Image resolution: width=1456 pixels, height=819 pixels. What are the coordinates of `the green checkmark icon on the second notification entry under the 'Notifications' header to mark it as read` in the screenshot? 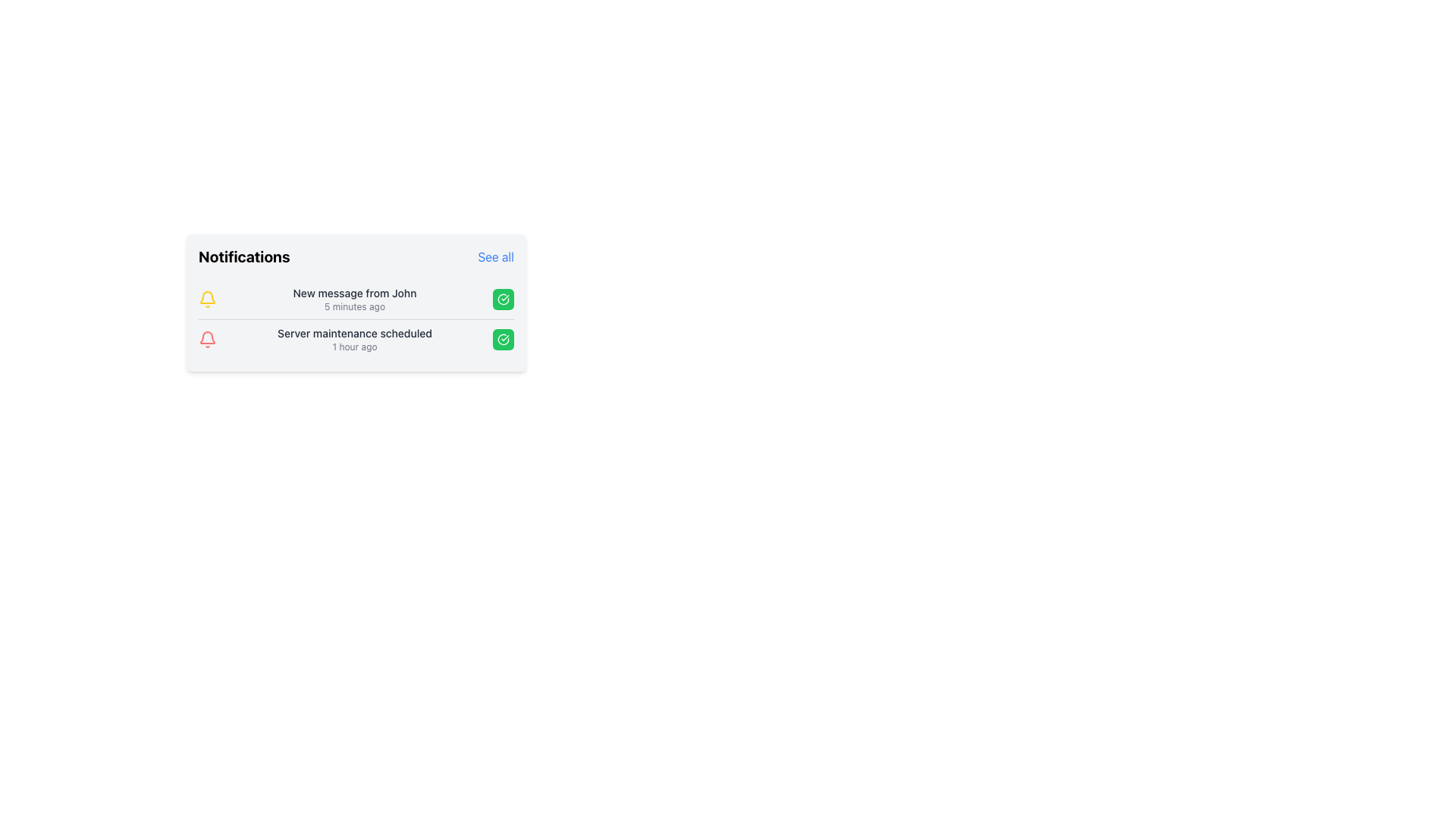 It's located at (356, 338).